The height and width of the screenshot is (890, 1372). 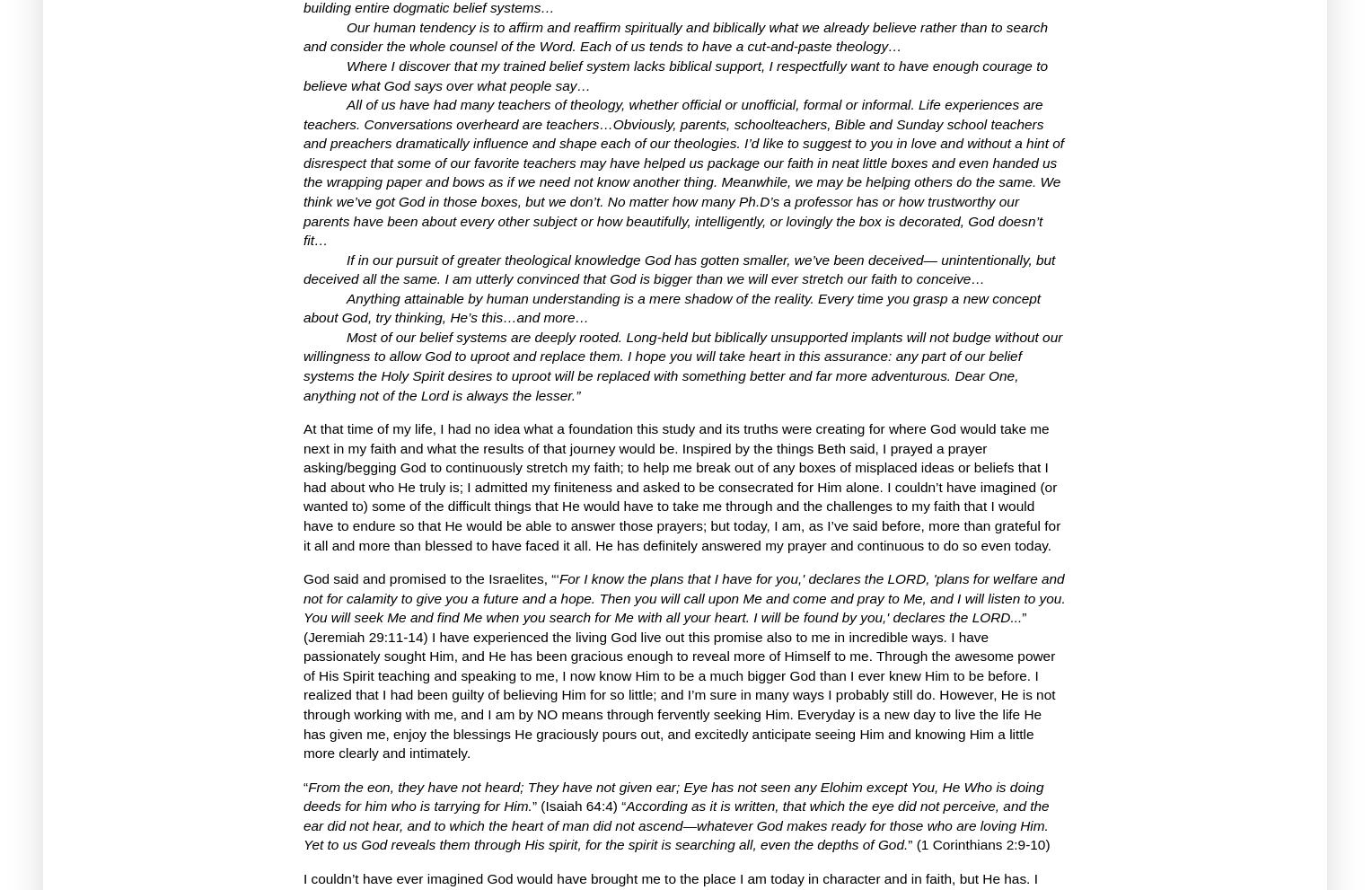 What do you see at coordinates (664, 626) in the screenshot?
I see `'” (Jeremiah 29:11-14)'` at bounding box center [664, 626].